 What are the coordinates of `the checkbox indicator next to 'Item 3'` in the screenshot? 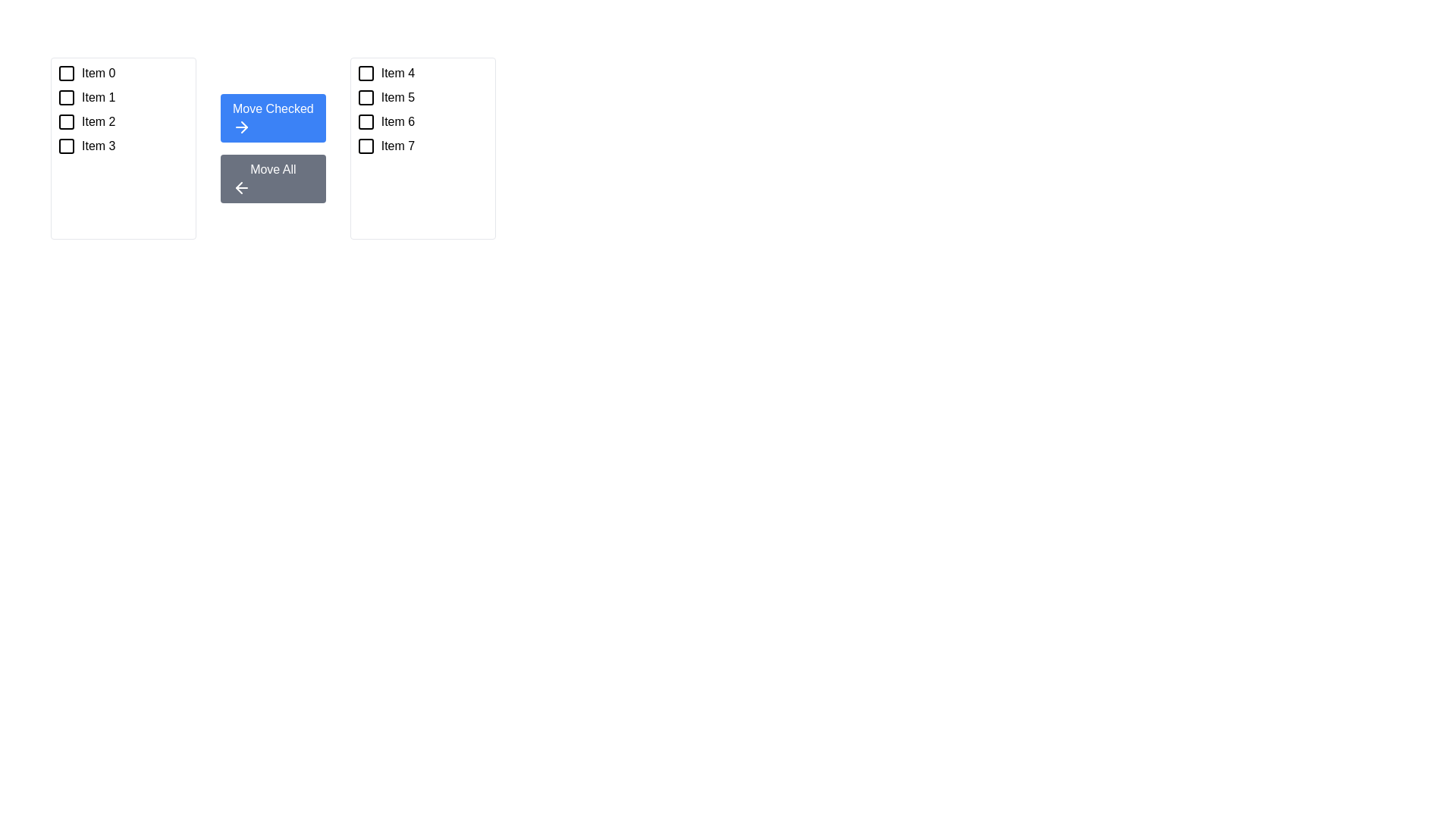 It's located at (65, 146).